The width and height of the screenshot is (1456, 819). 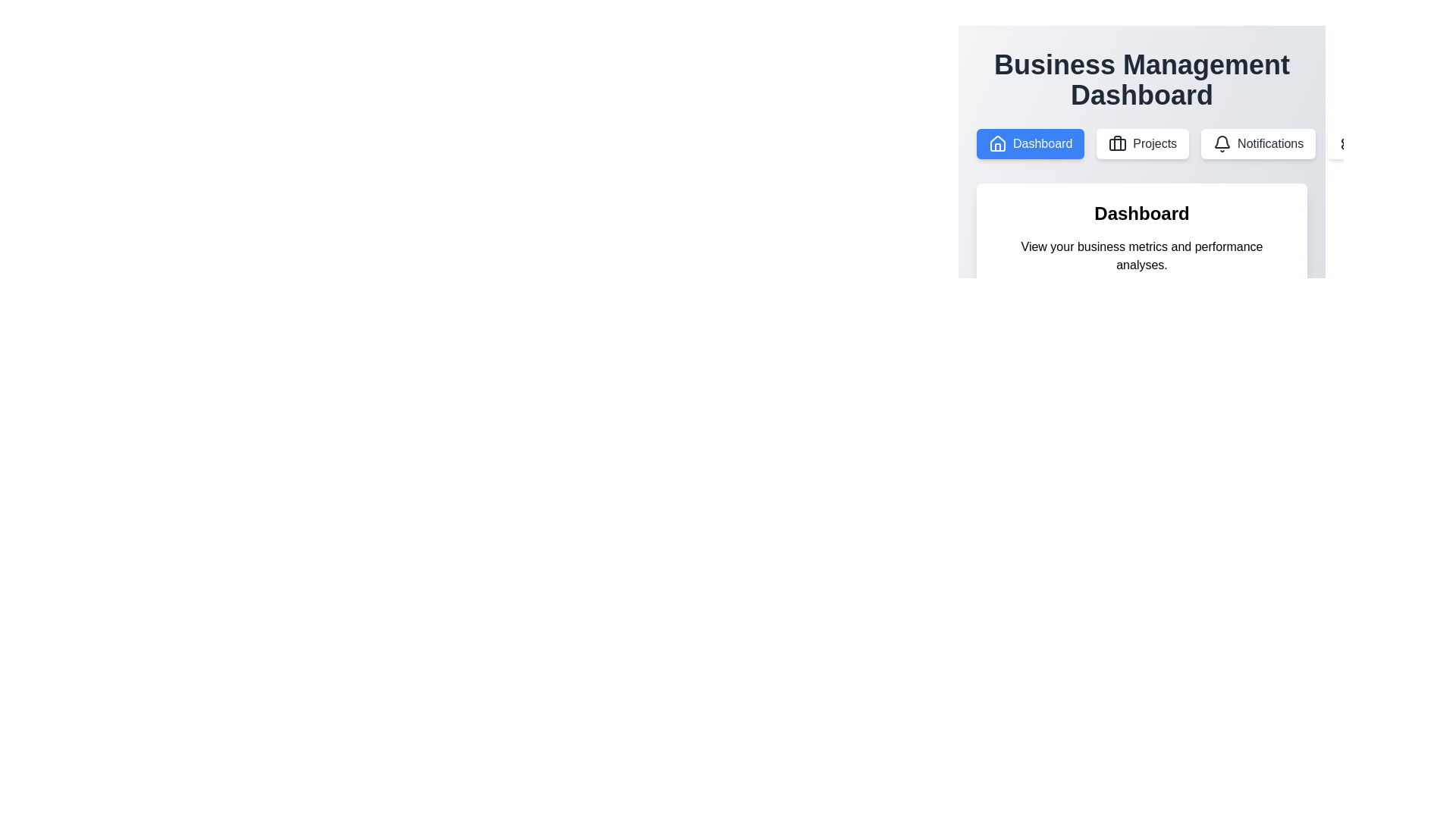 I want to click on the Notifications button, which is a rectangular button with a bell icon and 'Notifications' text, located in the top horizontal menu, so click(x=1258, y=143).